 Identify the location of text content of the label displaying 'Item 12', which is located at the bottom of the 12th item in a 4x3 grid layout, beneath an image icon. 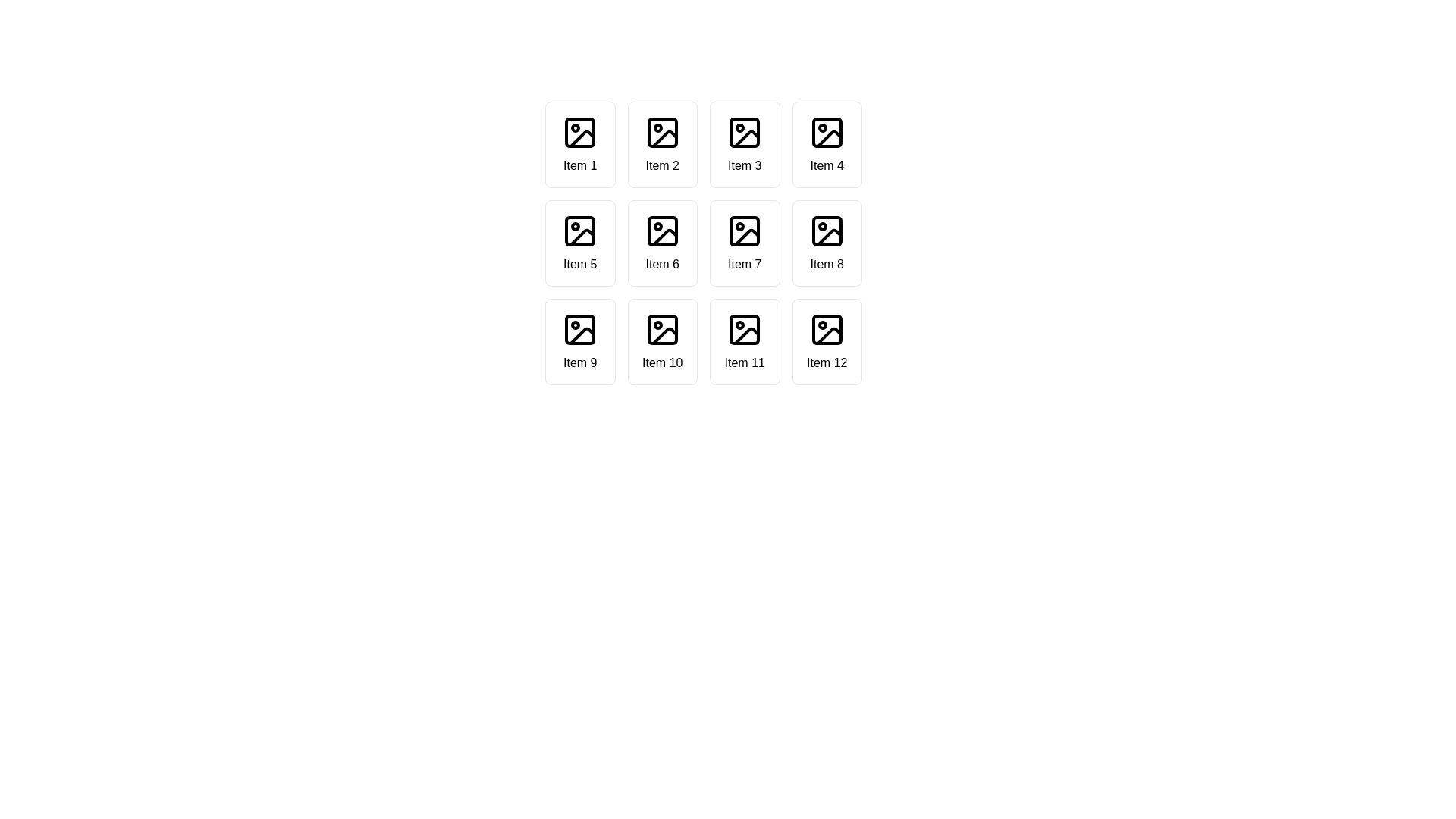
(826, 362).